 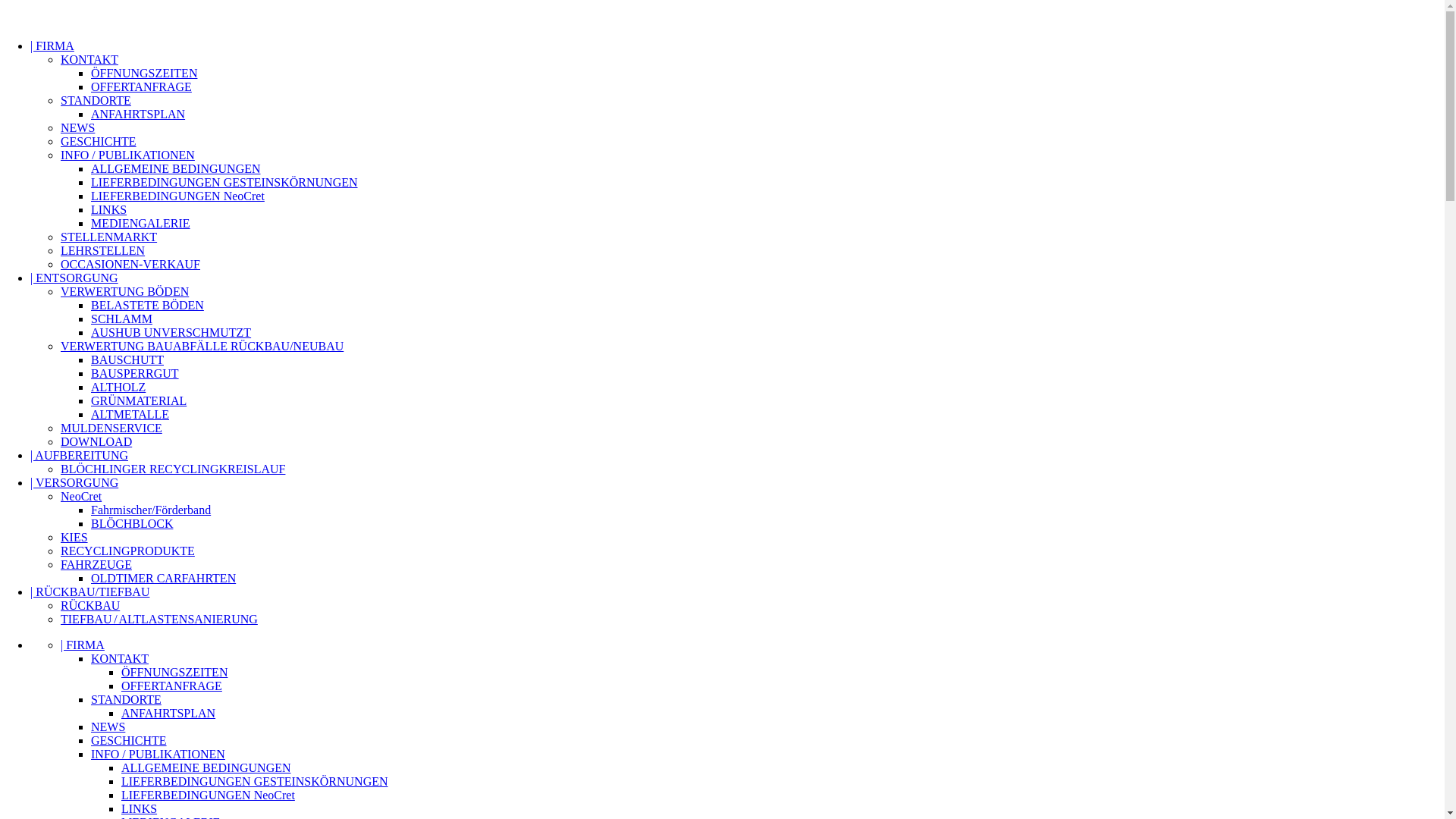 I want to click on 'LIEFERBEDINGUNGEN NeoCret', so click(x=177, y=195).